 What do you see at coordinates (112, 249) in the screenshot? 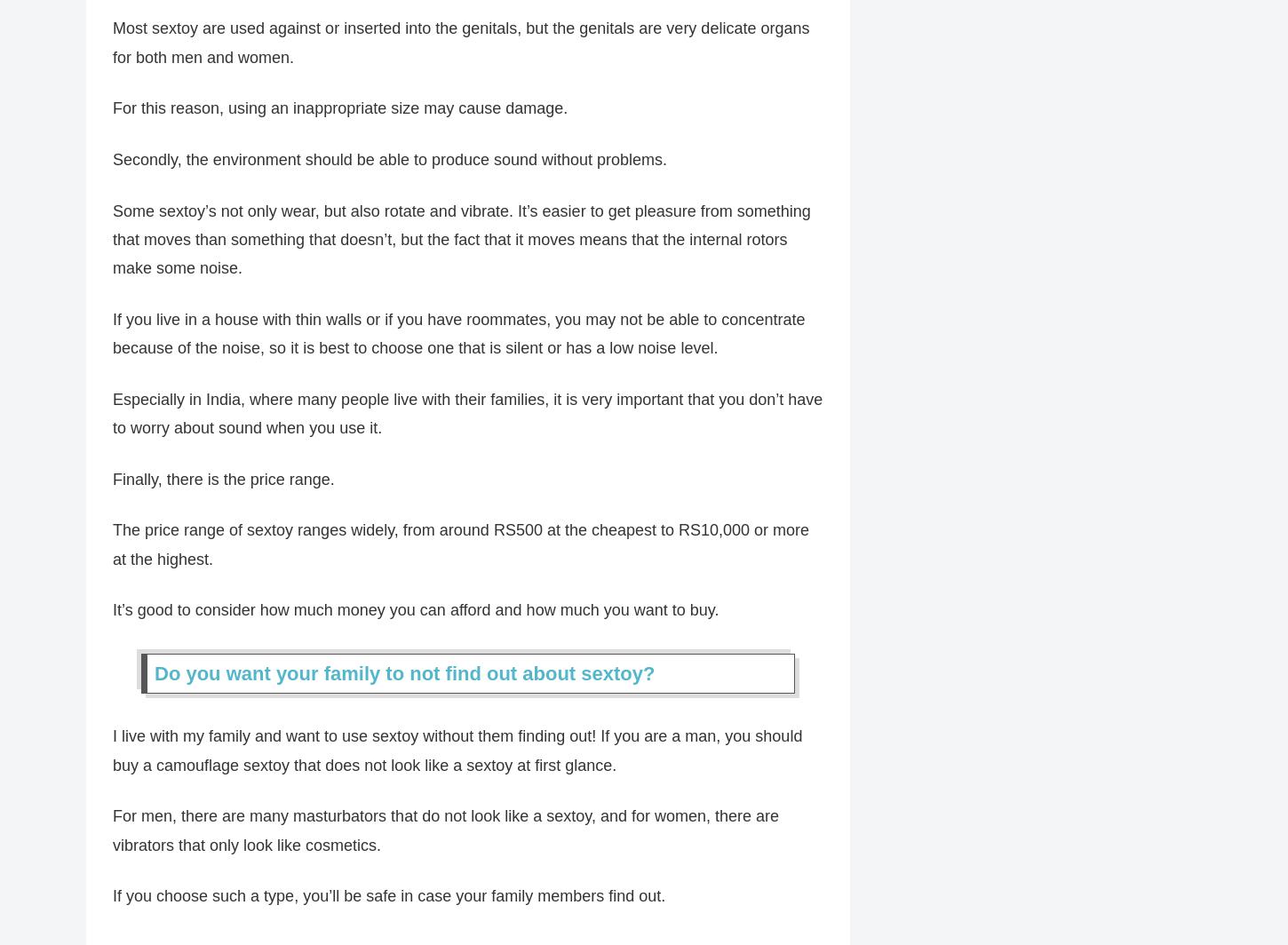
I see `'Some sextoy’s not only wear, but also rotate and vibrate. It’s easier to get pleasure from something that moves than something that doesn’t, but the fact that it moves means that the internal rotors make some noise.'` at bounding box center [112, 249].